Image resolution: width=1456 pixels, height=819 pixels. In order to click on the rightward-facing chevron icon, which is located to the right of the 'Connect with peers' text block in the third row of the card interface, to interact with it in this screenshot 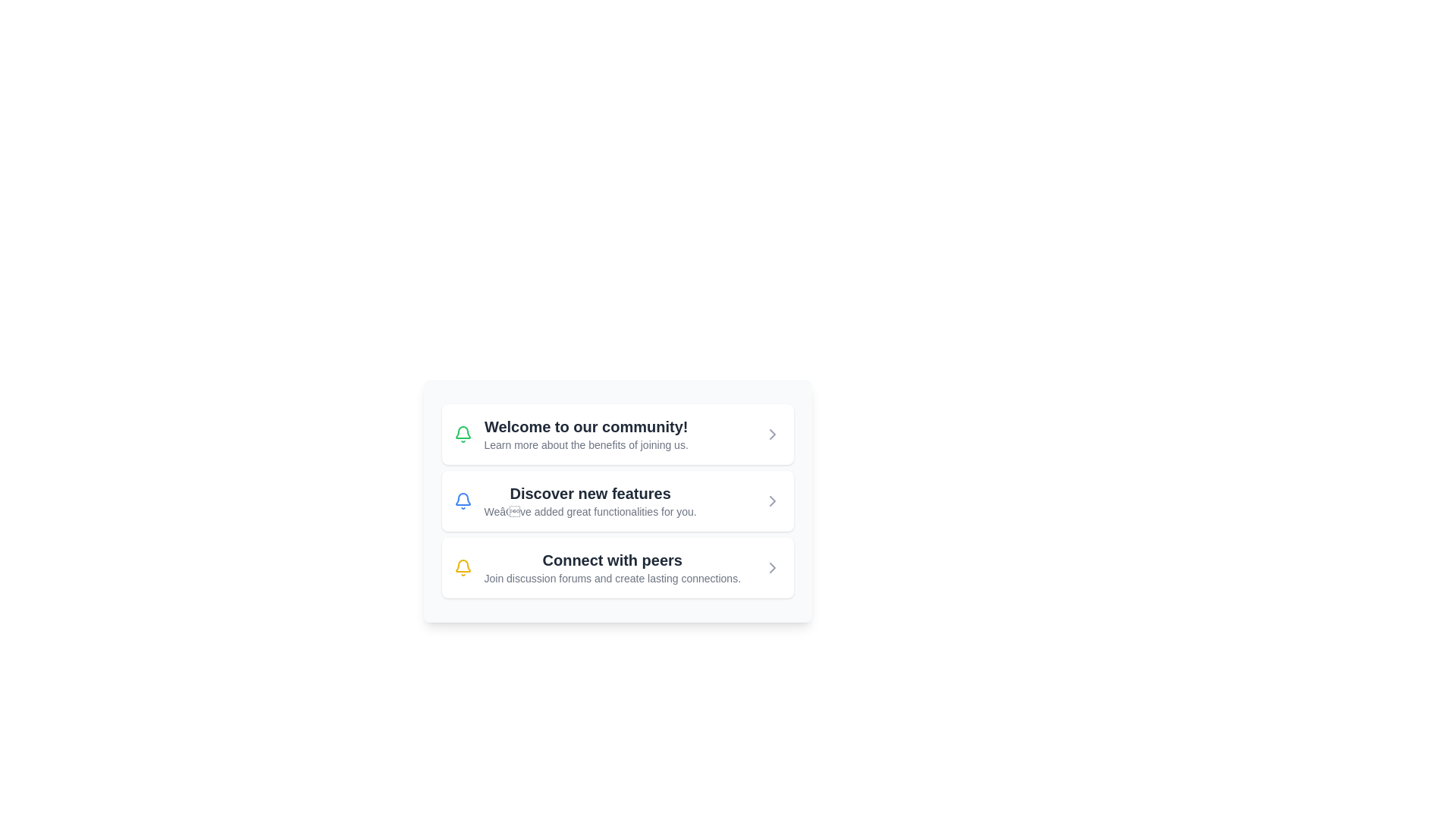, I will do `click(772, 567)`.